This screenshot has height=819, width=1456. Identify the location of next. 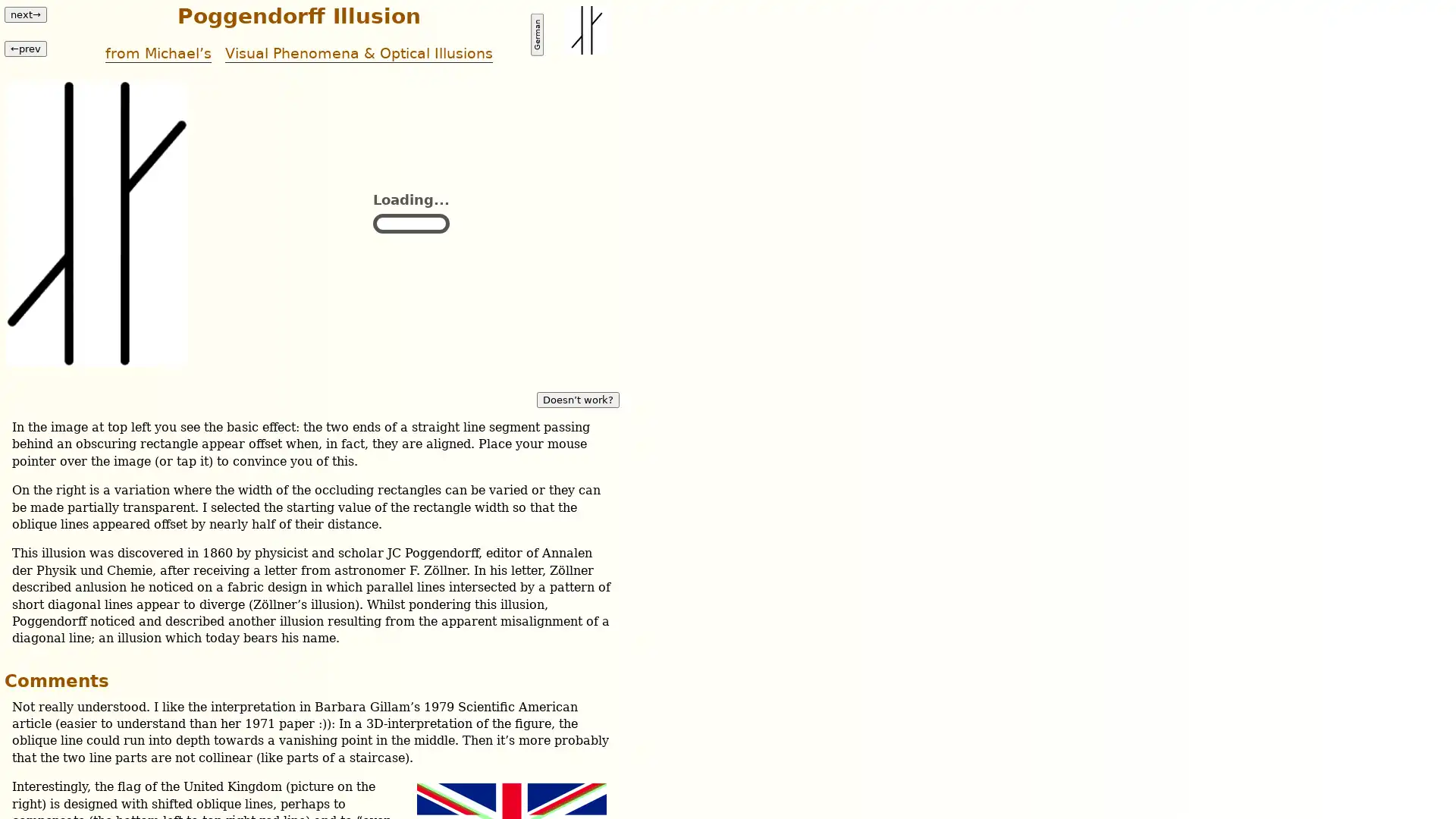
(25, 14).